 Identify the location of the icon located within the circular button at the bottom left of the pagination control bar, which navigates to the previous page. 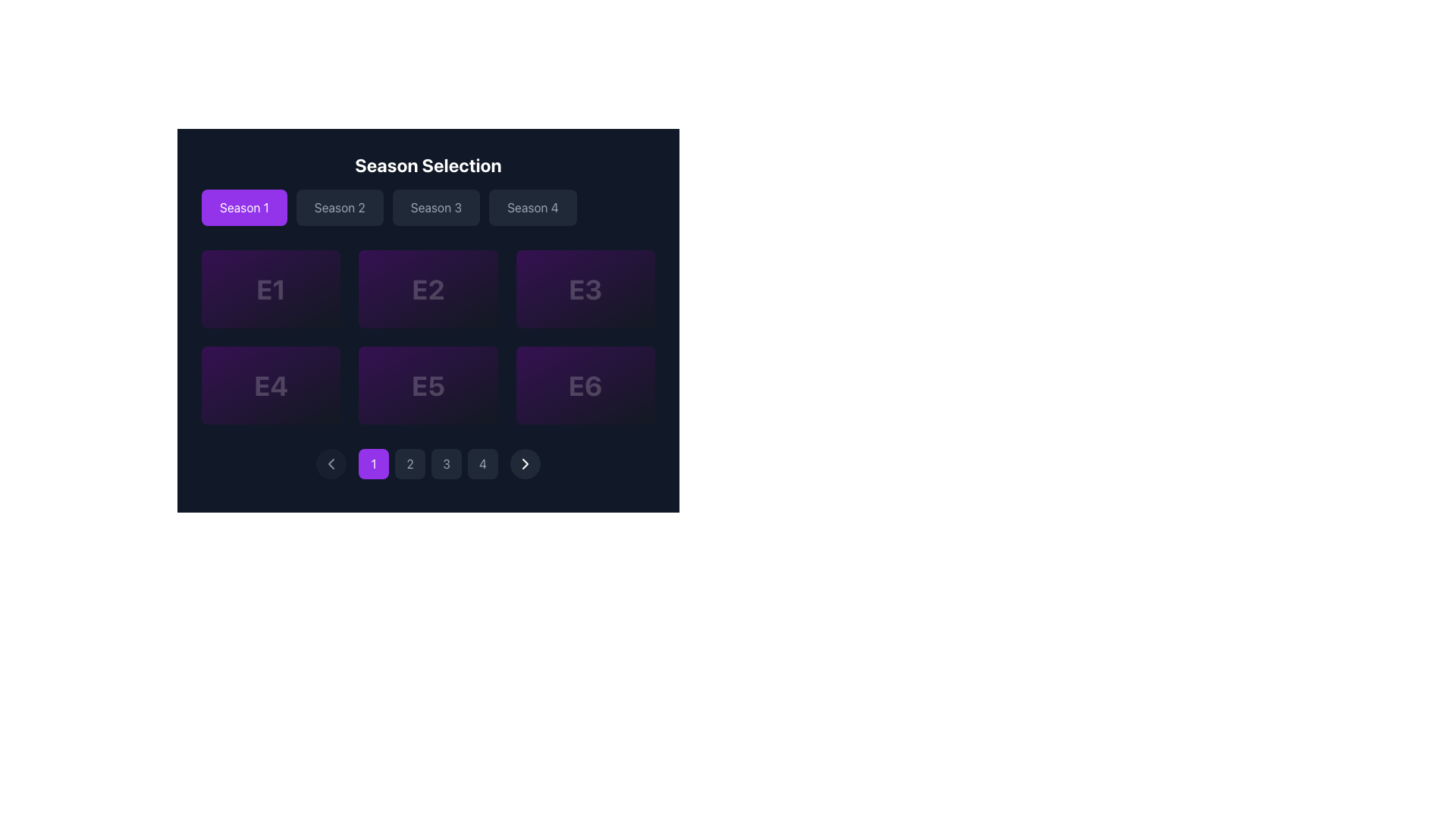
(330, 463).